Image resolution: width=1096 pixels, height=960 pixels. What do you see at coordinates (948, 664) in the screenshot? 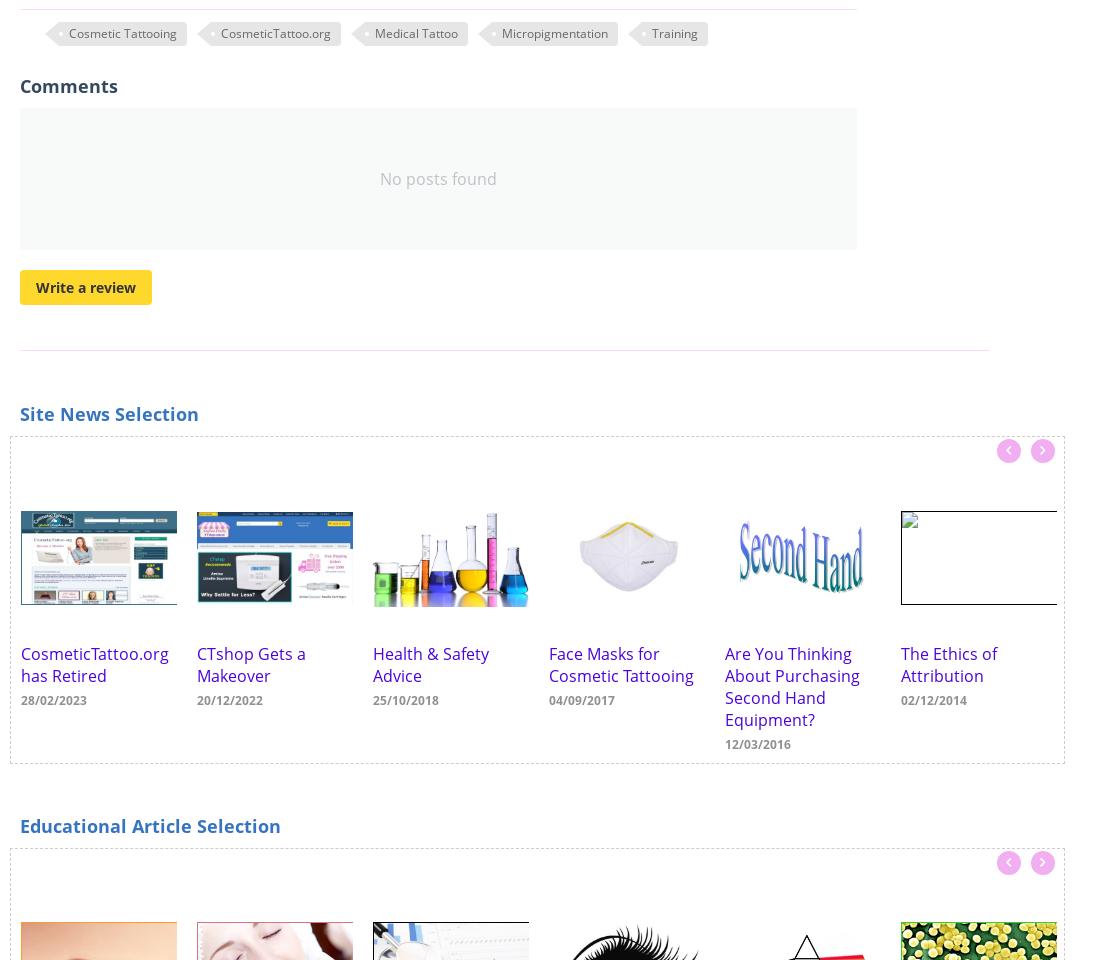
I see `'The Ethics of Attribution'` at bounding box center [948, 664].